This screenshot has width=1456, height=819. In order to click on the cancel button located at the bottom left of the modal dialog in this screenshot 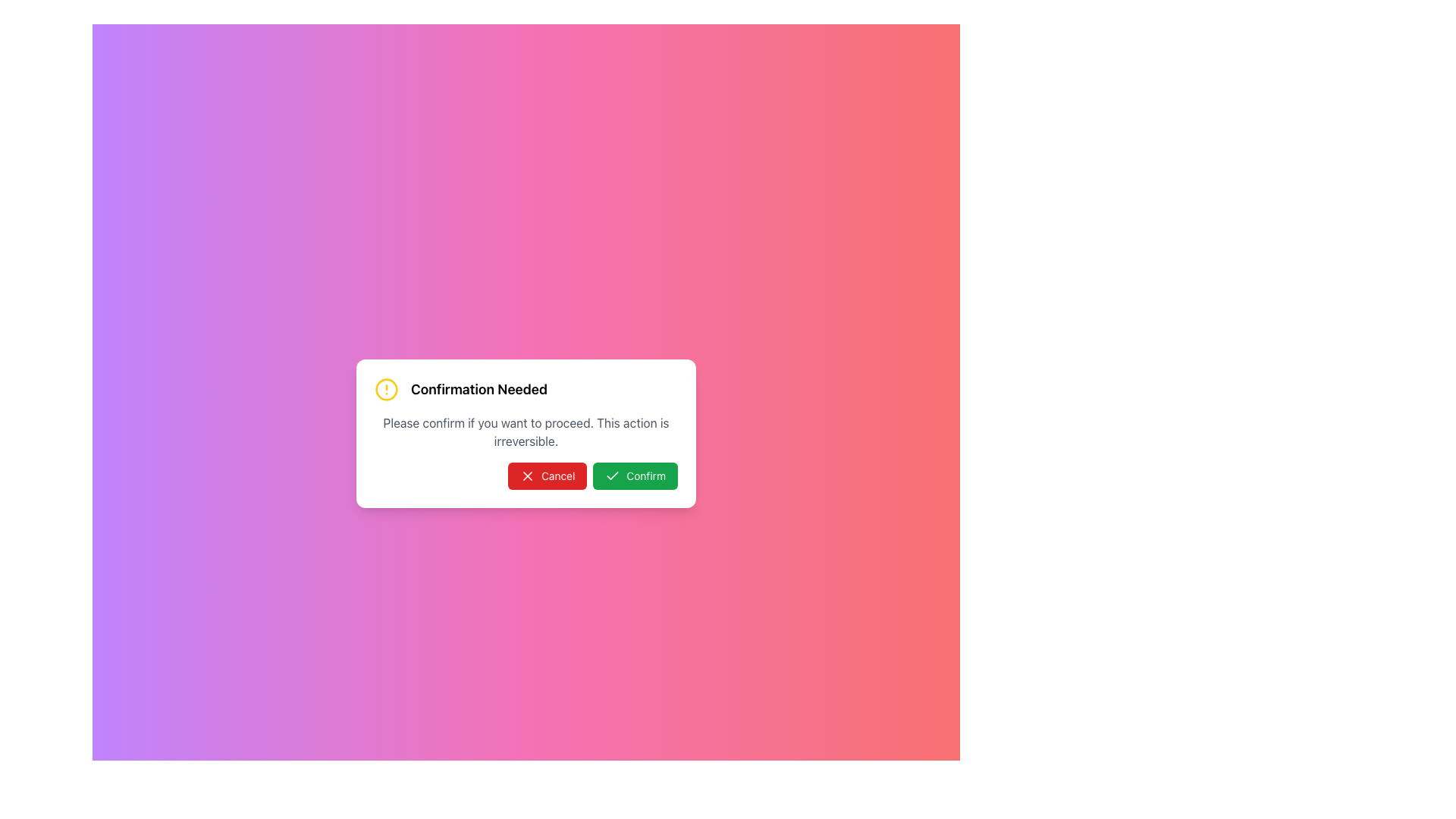, I will do `click(547, 475)`.